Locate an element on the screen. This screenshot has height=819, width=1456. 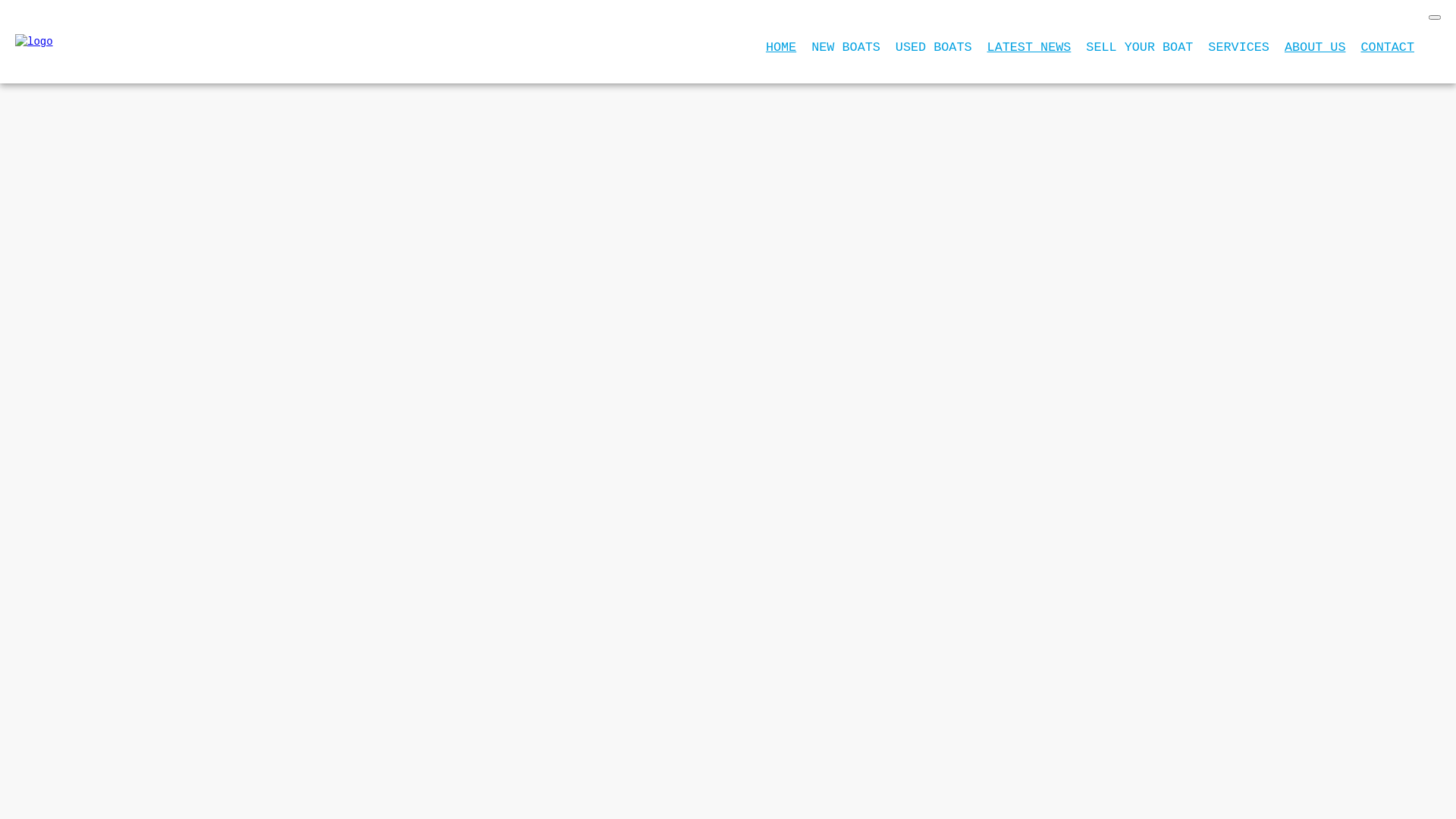
'LATEST NEWS' is located at coordinates (1029, 46).